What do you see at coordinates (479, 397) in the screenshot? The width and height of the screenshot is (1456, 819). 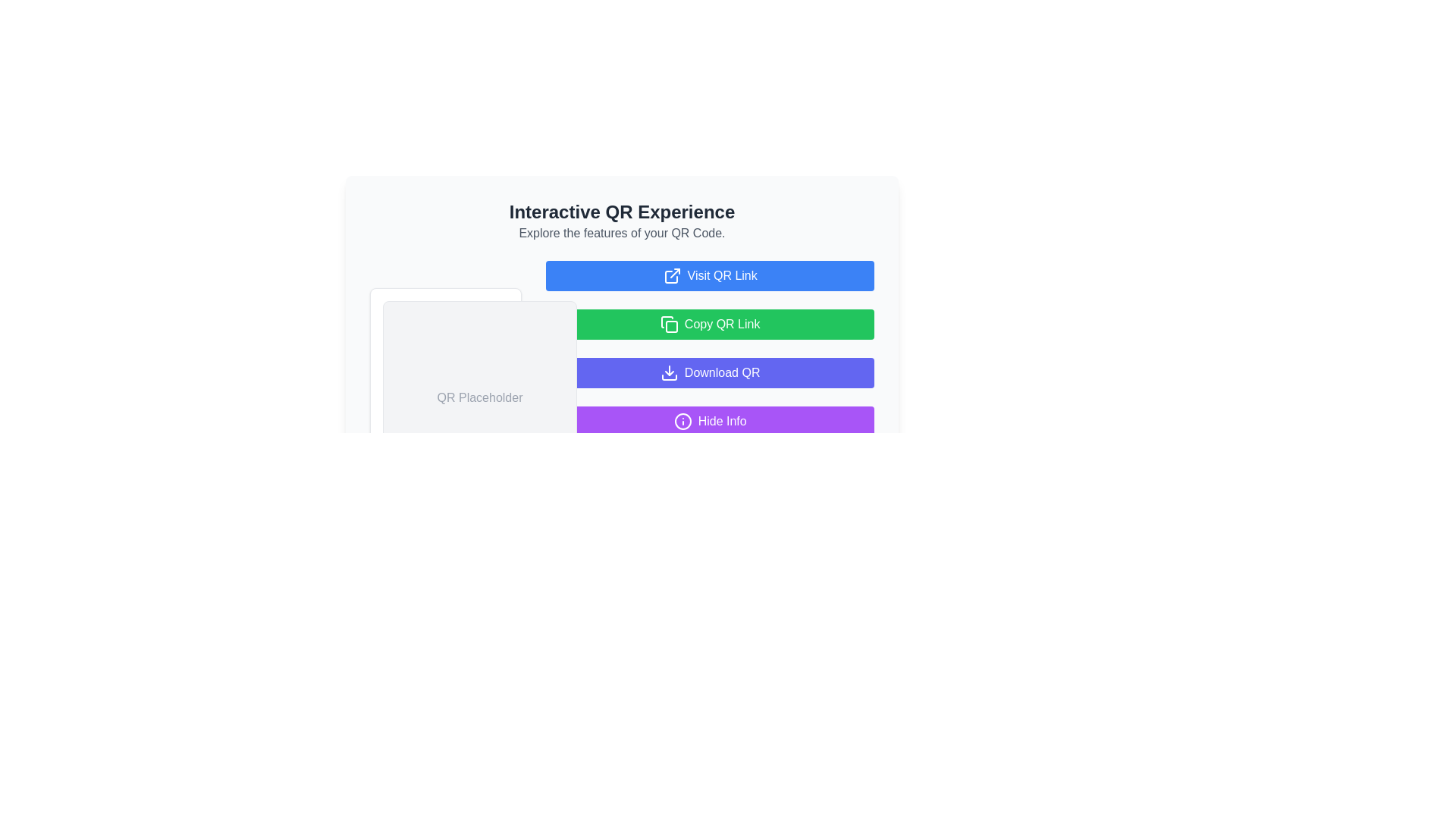 I see `the text element that serves as a placeholder or label within the QR code representation area, which is centrally aligned beneath the 'Interactive QR Experience' header and related buttons` at bounding box center [479, 397].